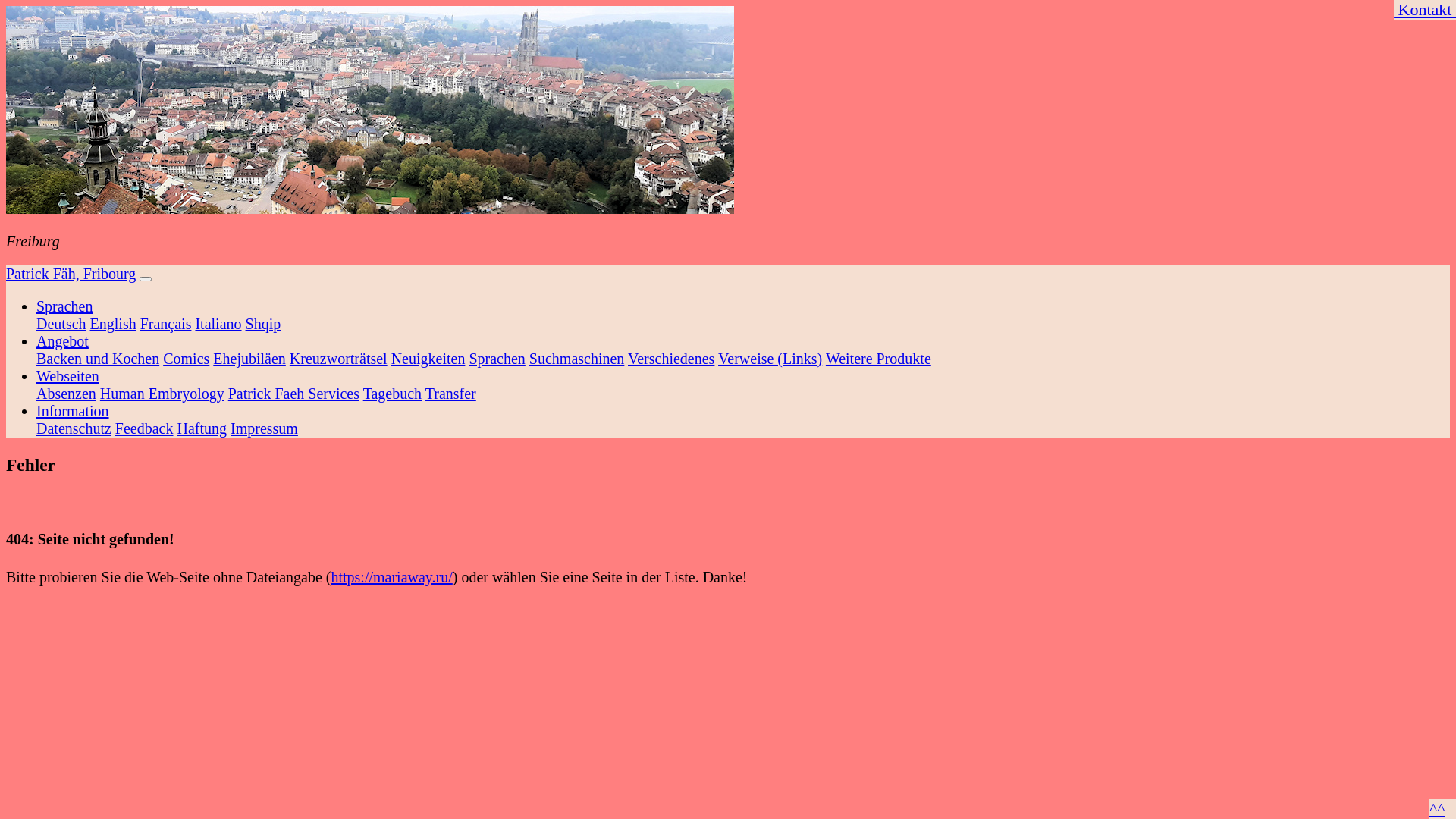 Image resolution: width=1456 pixels, height=819 pixels. I want to click on 'Impressum', so click(229, 428).